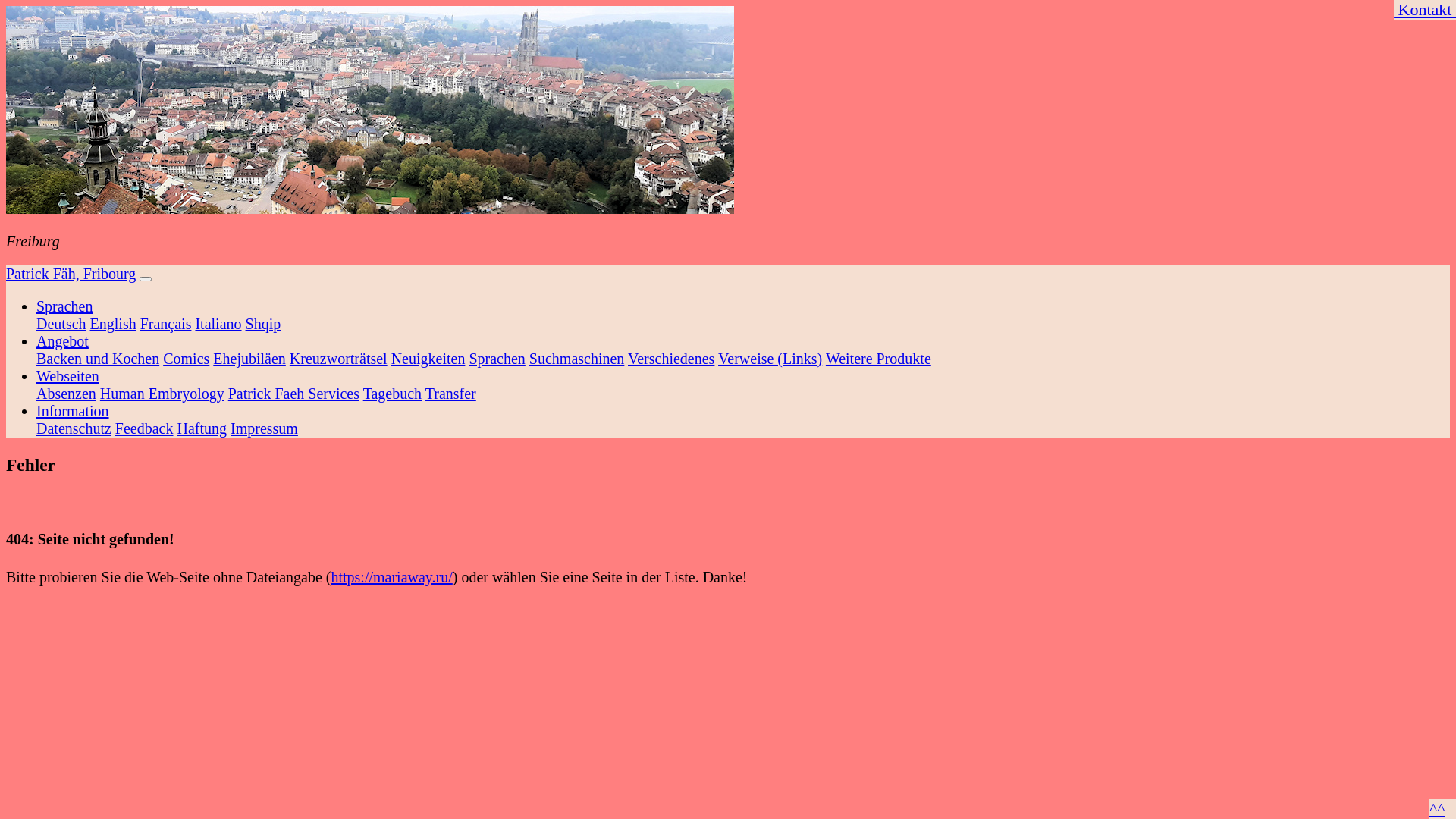 Image resolution: width=1456 pixels, height=819 pixels. I want to click on 'Impressum', so click(229, 428).